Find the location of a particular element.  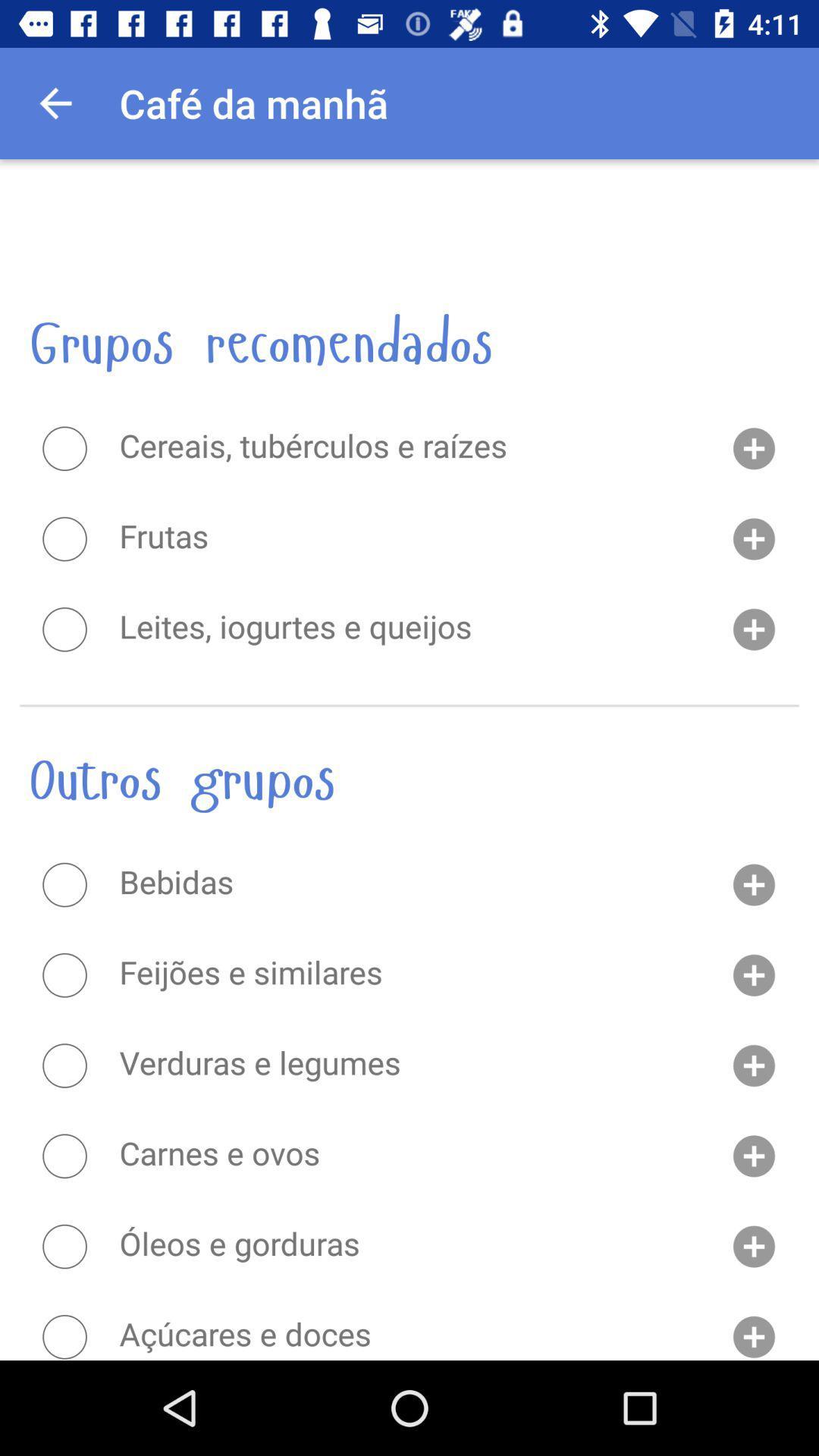

this item is located at coordinates (64, 975).